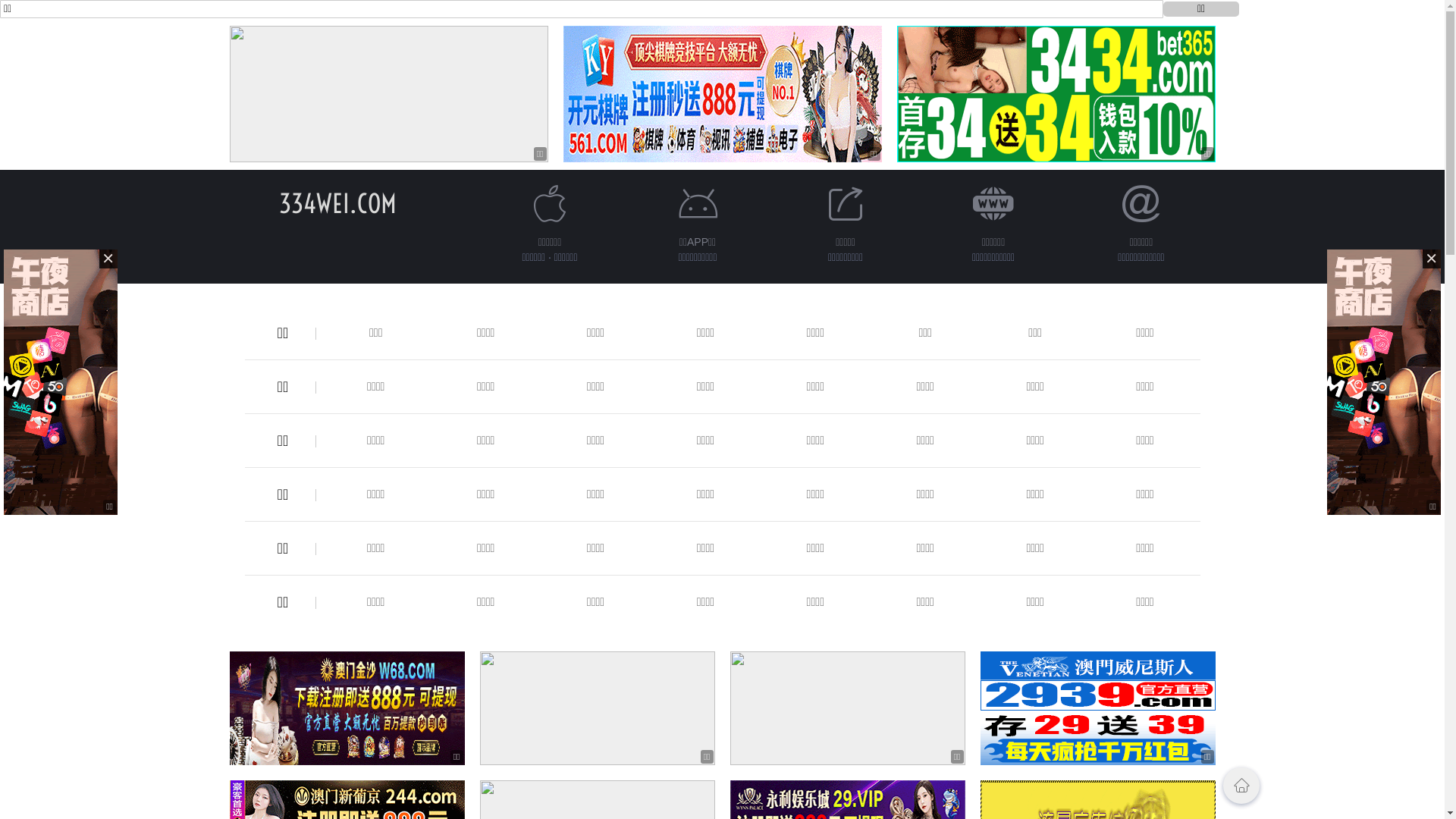 Image resolution: width=1456 pixels, height=819 pixels. I want to click on '334WEI.COM', so click(337, 202).